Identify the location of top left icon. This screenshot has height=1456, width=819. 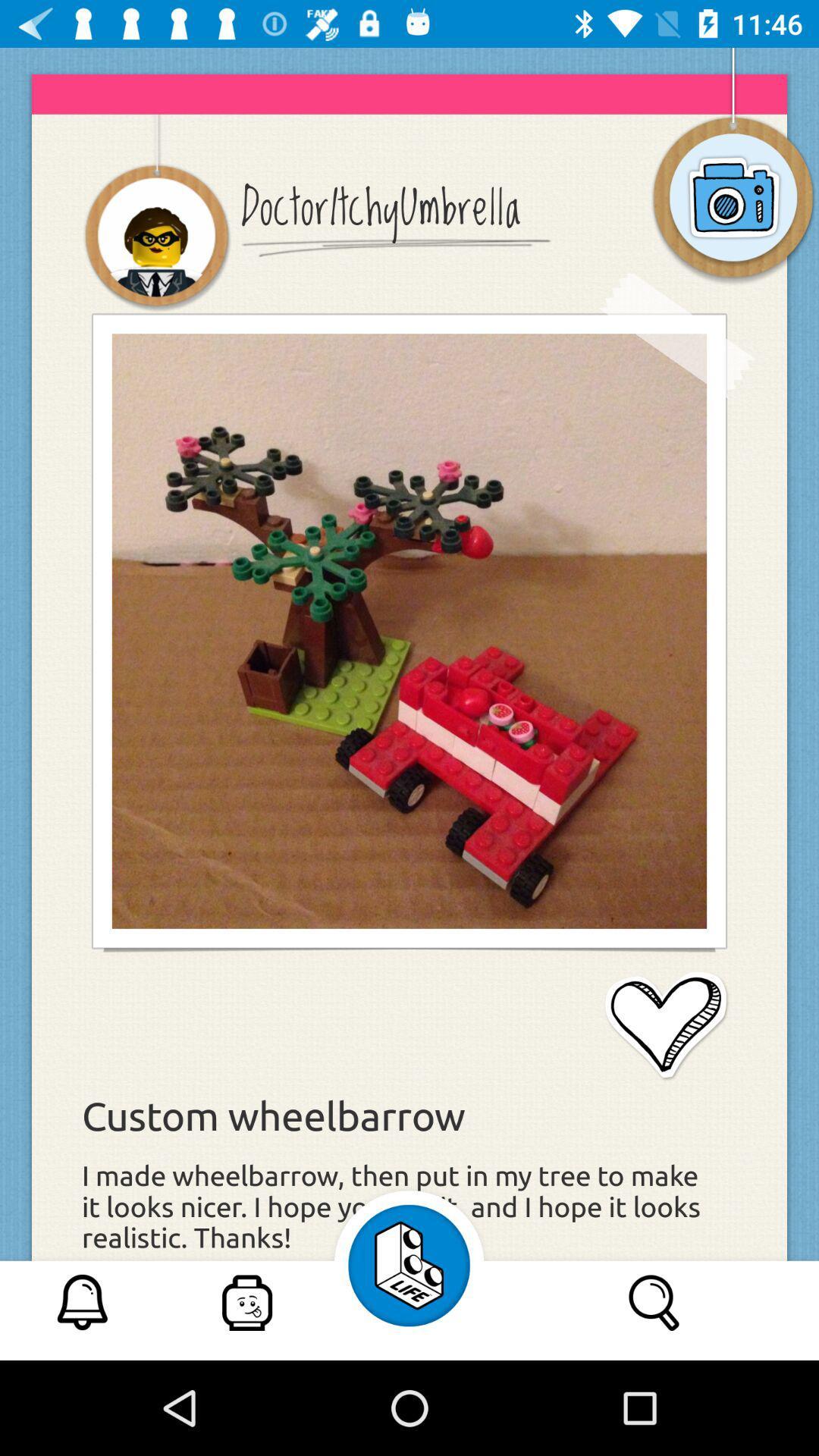
(156, 237).